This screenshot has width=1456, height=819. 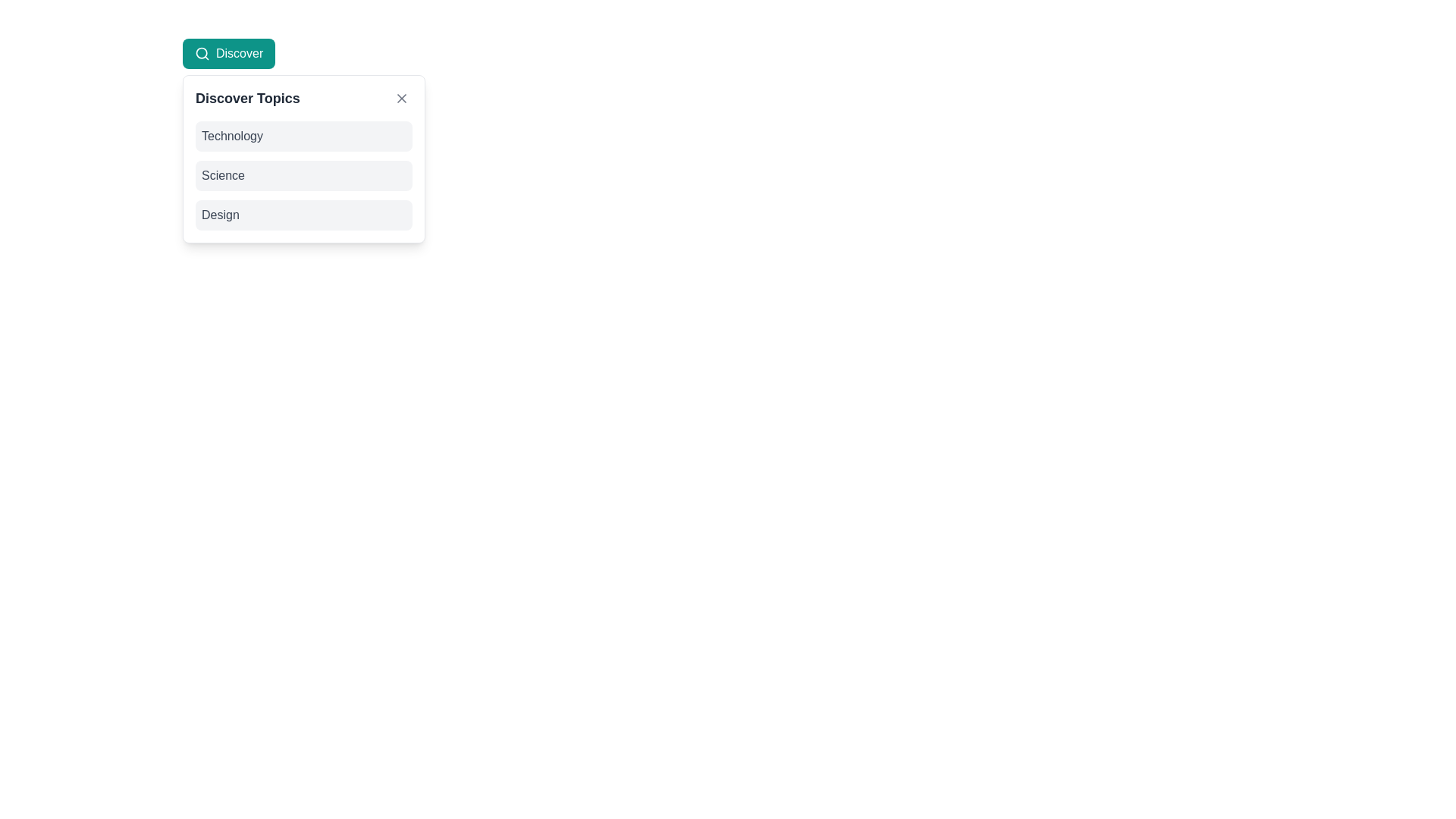 I want to click on the 'Technology' button in the 'Discover Topics' dialog box, so click(x=303, y=136).